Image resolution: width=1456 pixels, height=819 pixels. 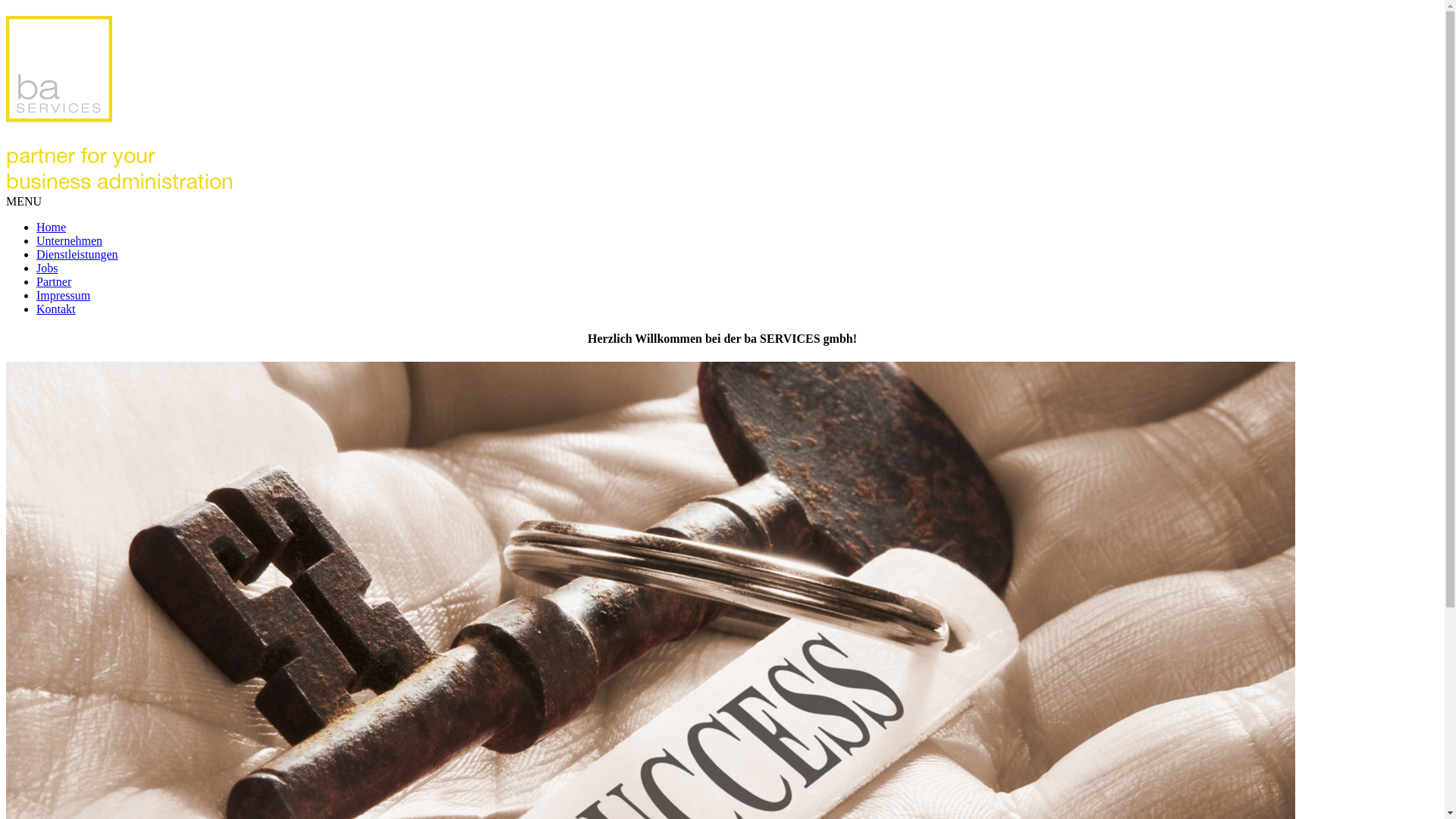 I want to click on 'MENU', so click(x=24, y=200).